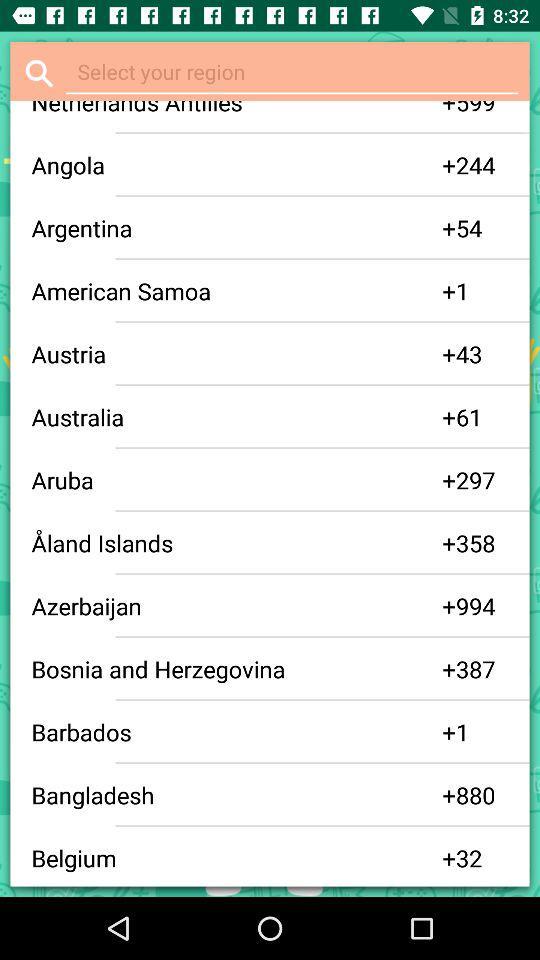 This screenshot has height=960, width=540. Describe the element at coordinates (237, 480) in the screenshot. I see `icon to the left of the + item` at that location.